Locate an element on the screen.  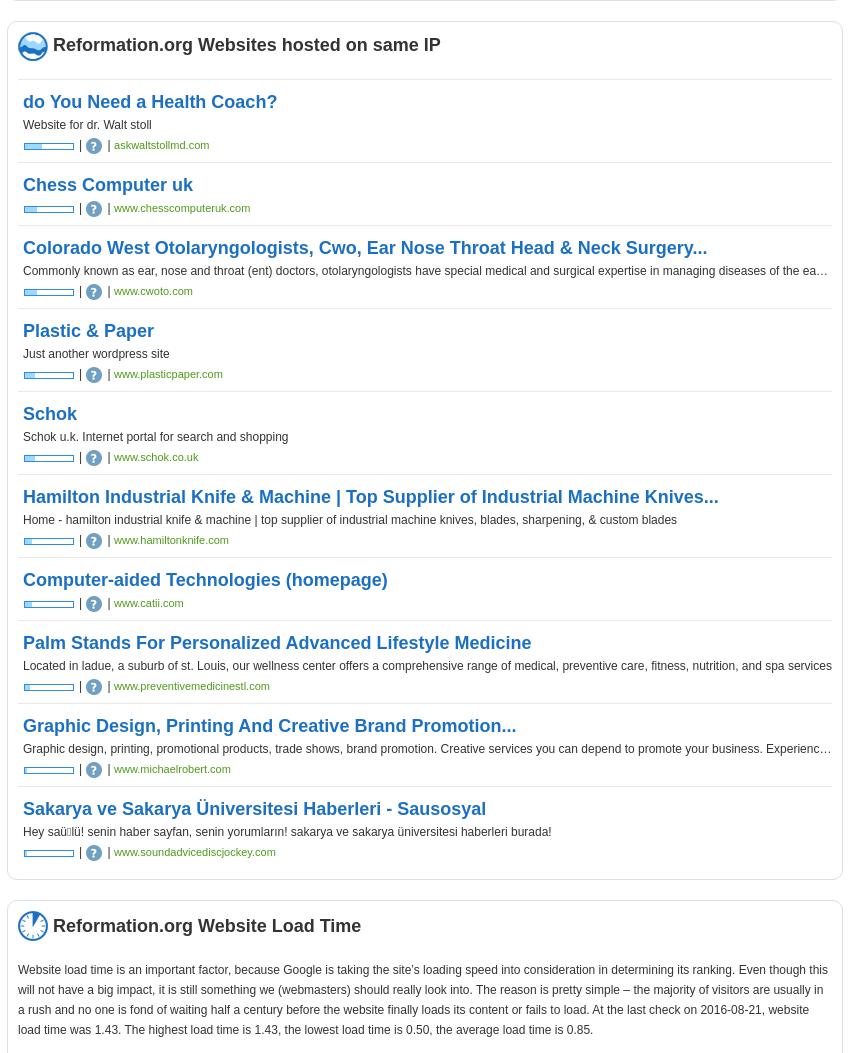
'www.michaelrobert.com' is located at coordinates (112, 769).